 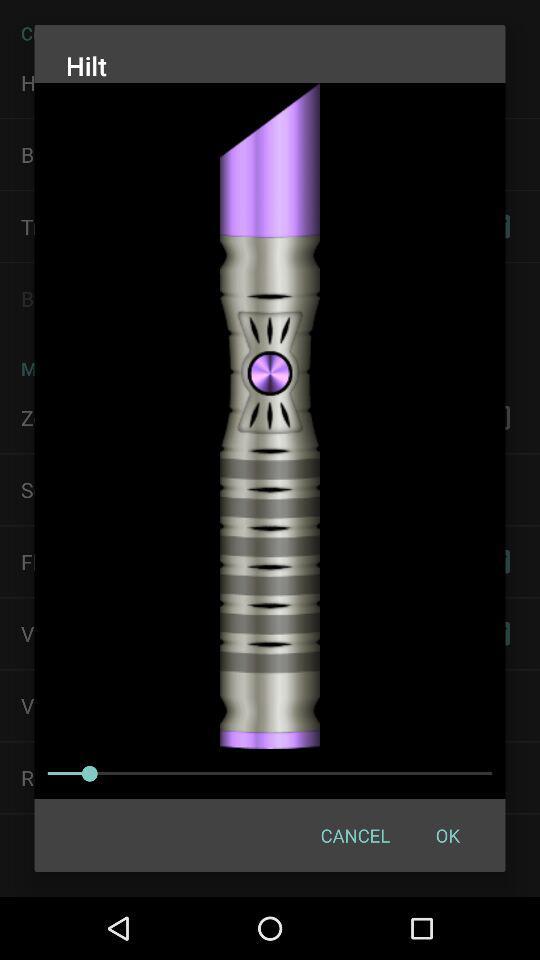 What do you see at coordinates (447, 835) in the screenshot?
I see `button next to cancel icon` at bounding box center [447, 835].